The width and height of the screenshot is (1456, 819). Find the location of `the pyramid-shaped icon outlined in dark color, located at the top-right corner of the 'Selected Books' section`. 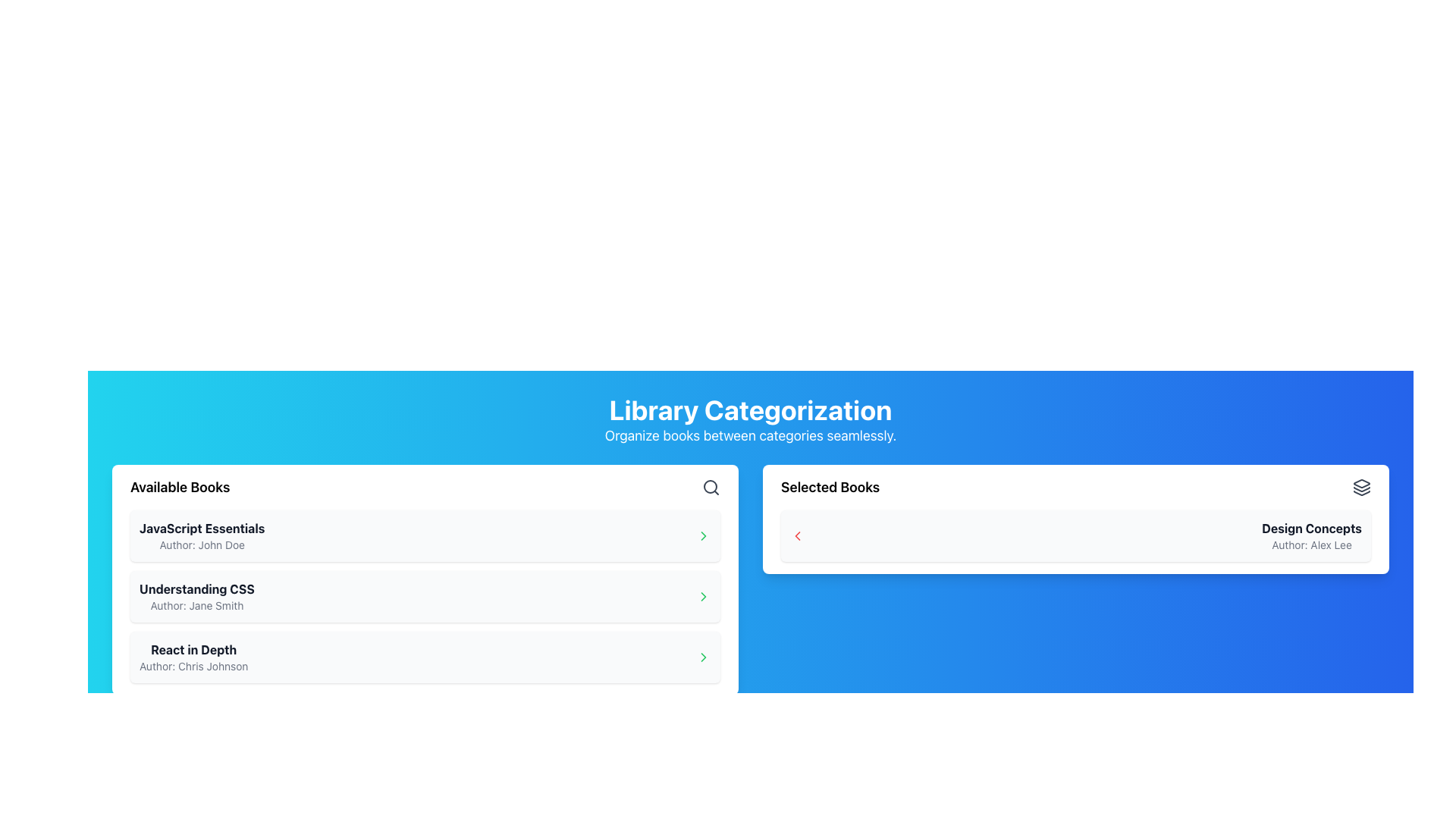

the pyramid-shaped icon outlined in dark color, located at the top-right corner of the 'Selected Books' section is located at coordinates (1361, 483).